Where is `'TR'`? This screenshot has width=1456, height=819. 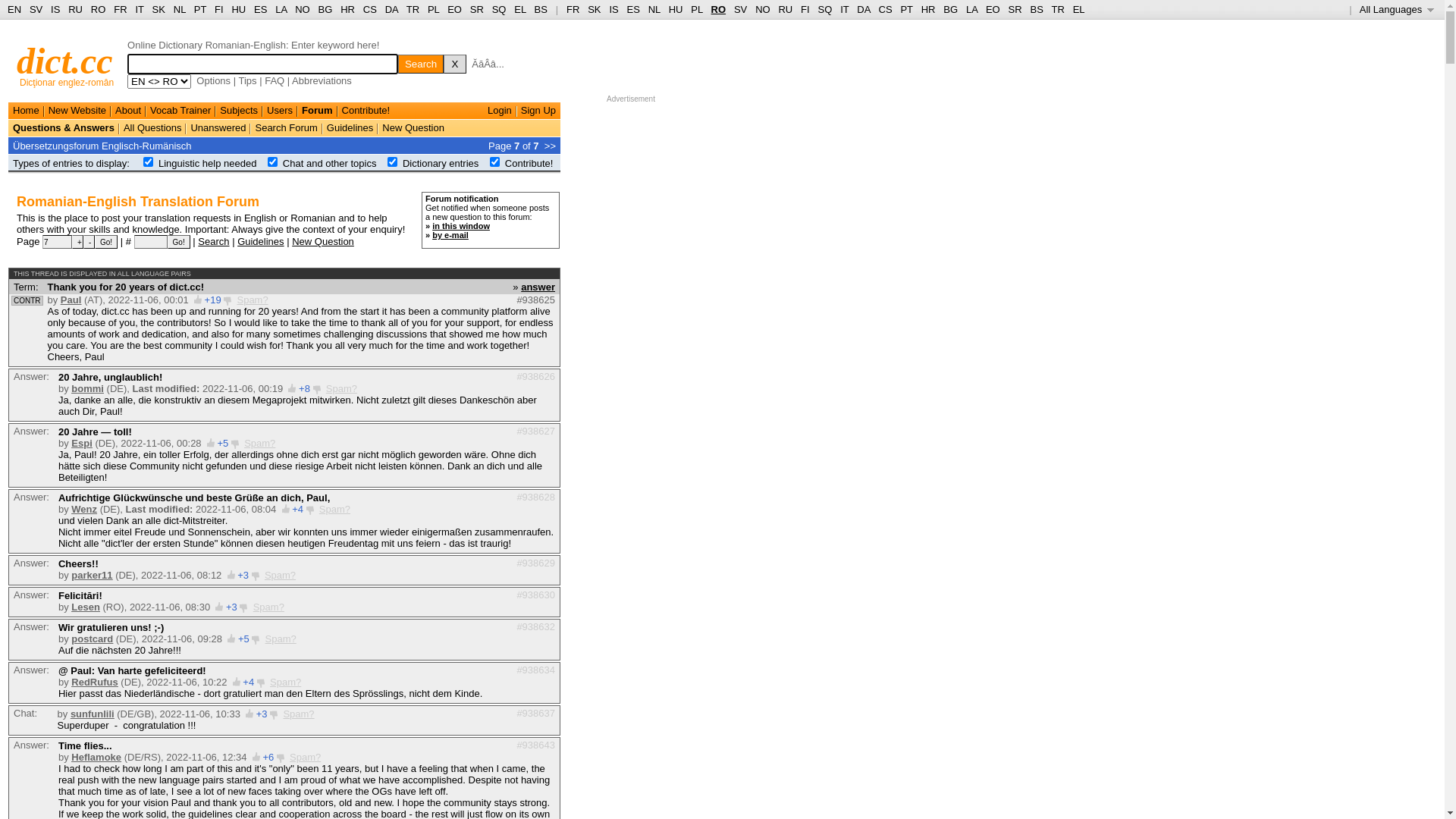 'TR' is located at coordinates (406, 9).